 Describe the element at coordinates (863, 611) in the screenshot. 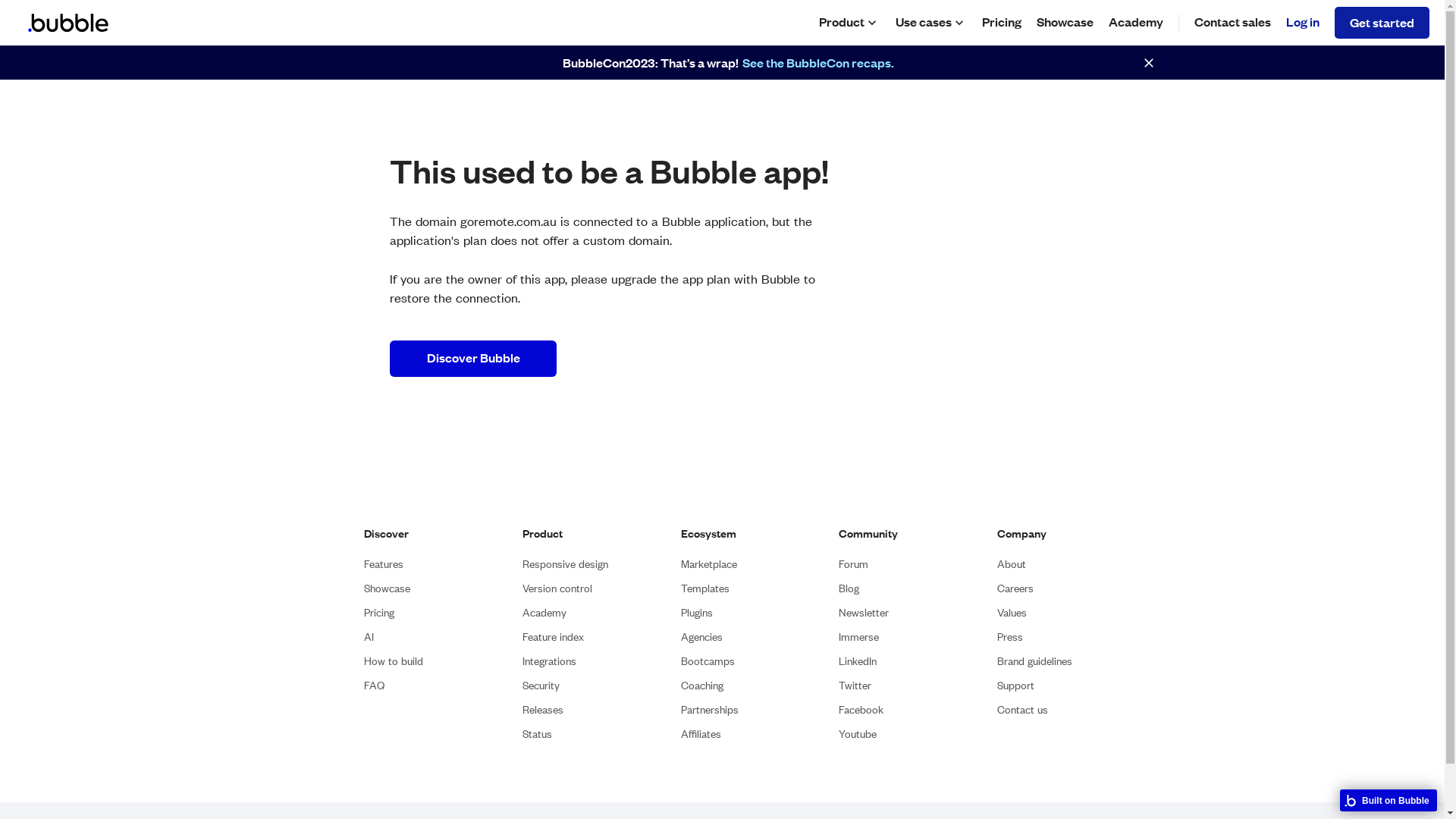

I see `'Newsletter'` at that location.